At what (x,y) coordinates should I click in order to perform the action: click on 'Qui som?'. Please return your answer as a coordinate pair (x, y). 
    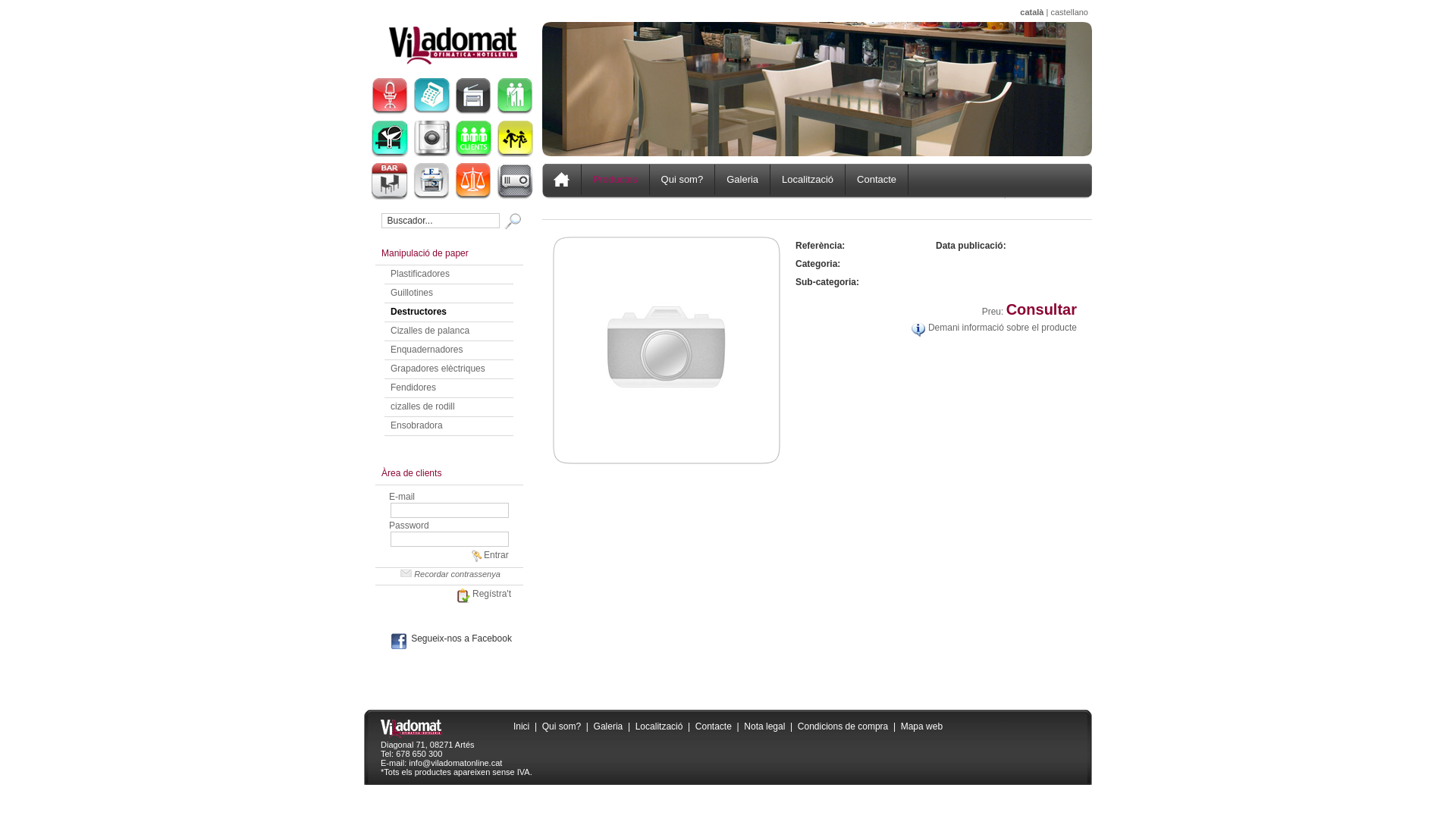
    Looking at the image, I should click on (560, 725).